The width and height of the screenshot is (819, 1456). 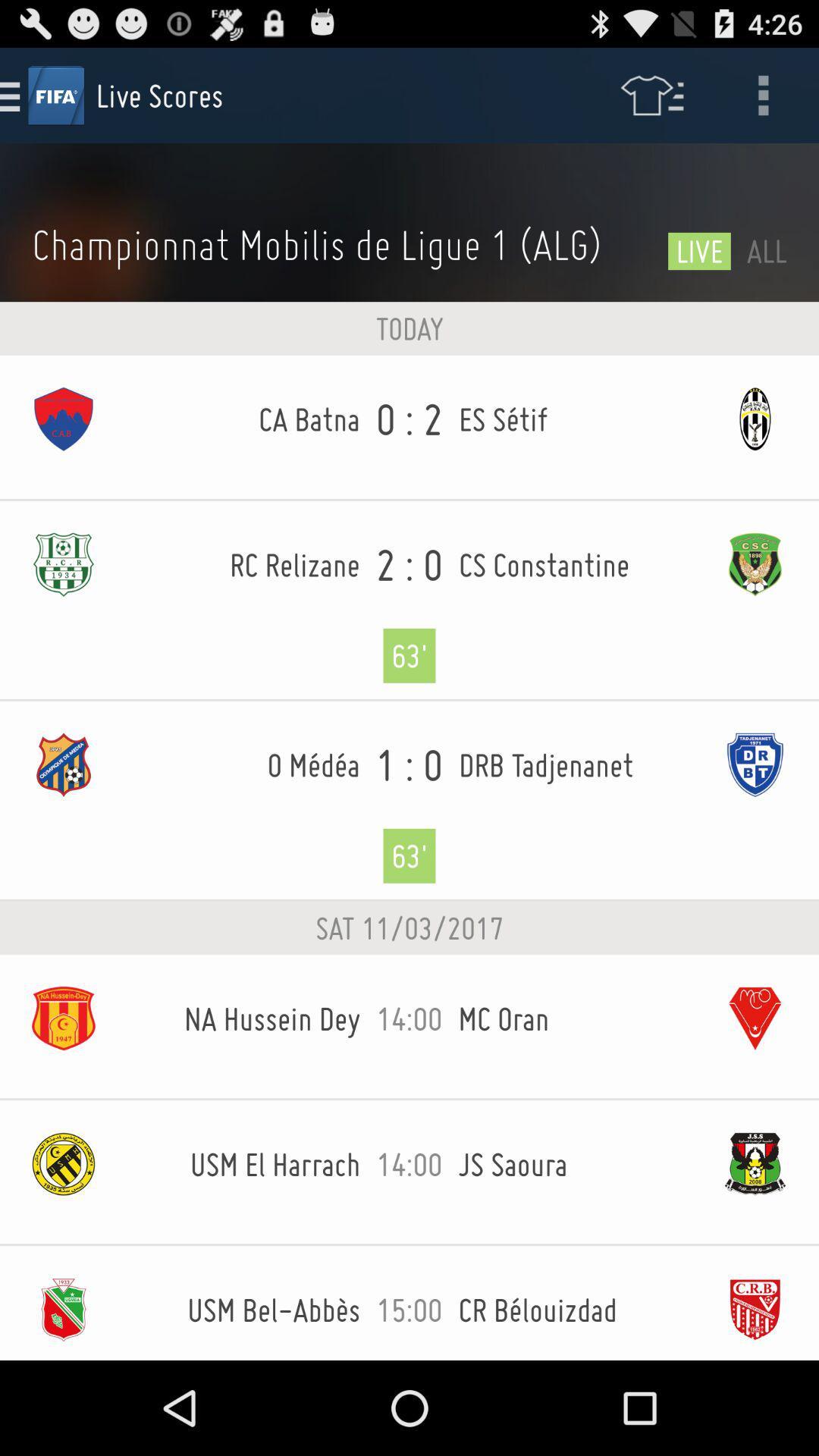 What do you see at coordinates (409, 1028) in the screenshot?
I see `item below the sat 11 03` at bounding box center [409, 1028].